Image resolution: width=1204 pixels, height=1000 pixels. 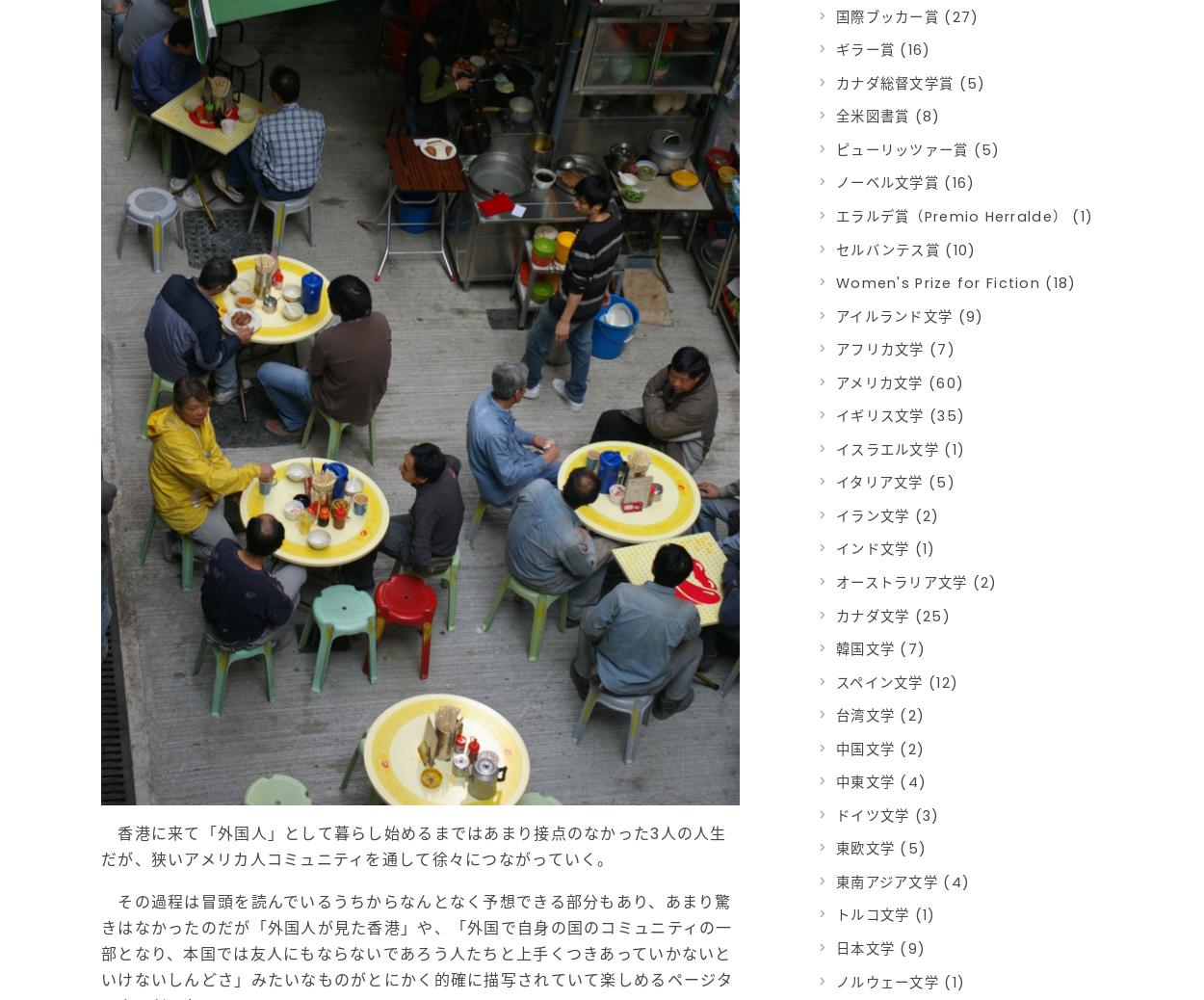 What do you see at coordinates (888, 116) in the screenshot?
I see `'全米図書賞 (8)'` at bounding box center [888, 116].